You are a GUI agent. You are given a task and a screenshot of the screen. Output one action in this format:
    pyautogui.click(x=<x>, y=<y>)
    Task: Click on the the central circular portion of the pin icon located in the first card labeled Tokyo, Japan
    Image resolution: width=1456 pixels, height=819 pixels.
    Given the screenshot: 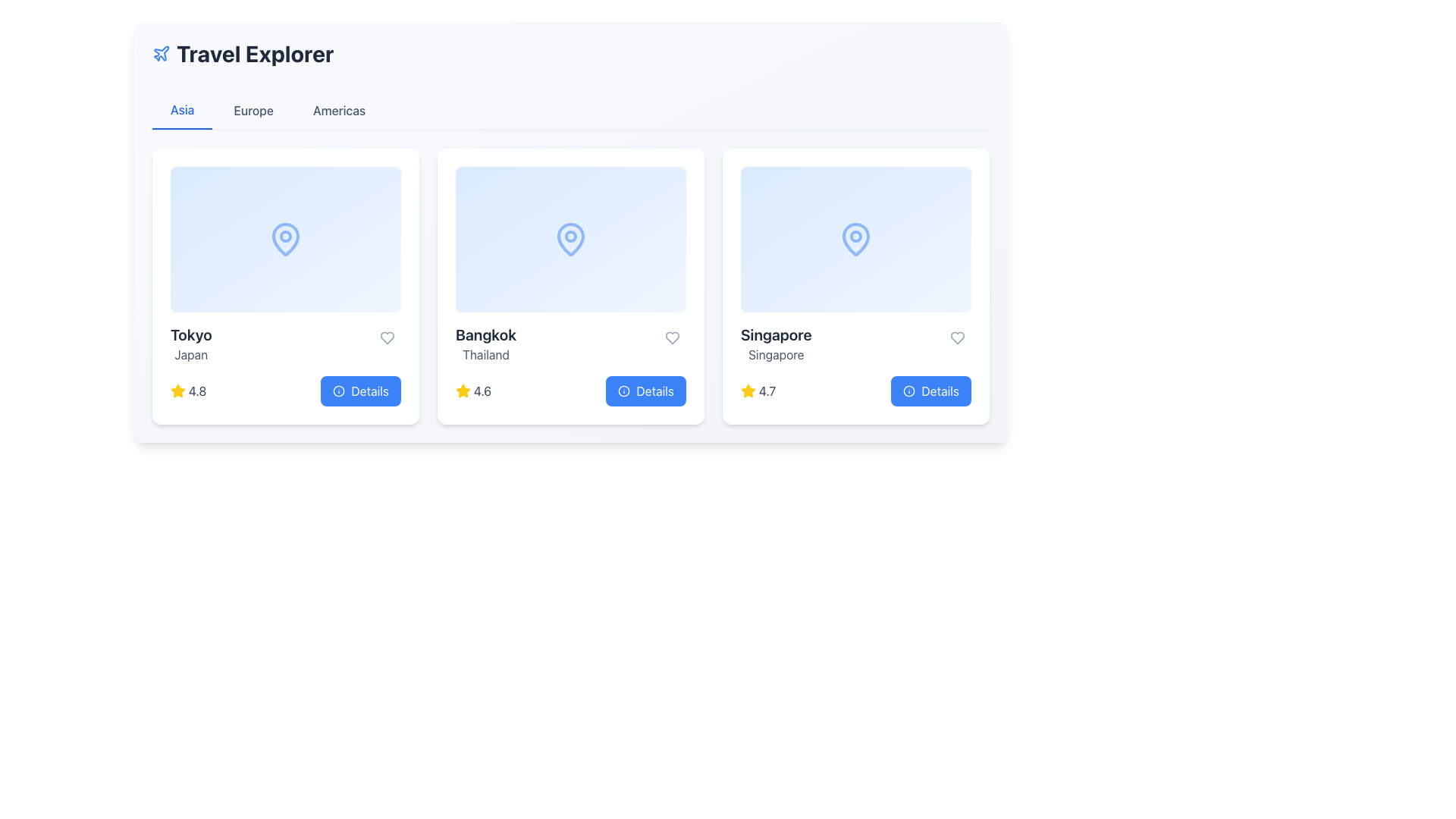 What is the action you would take?
    pyautogui.click(x=286, y=237)
    